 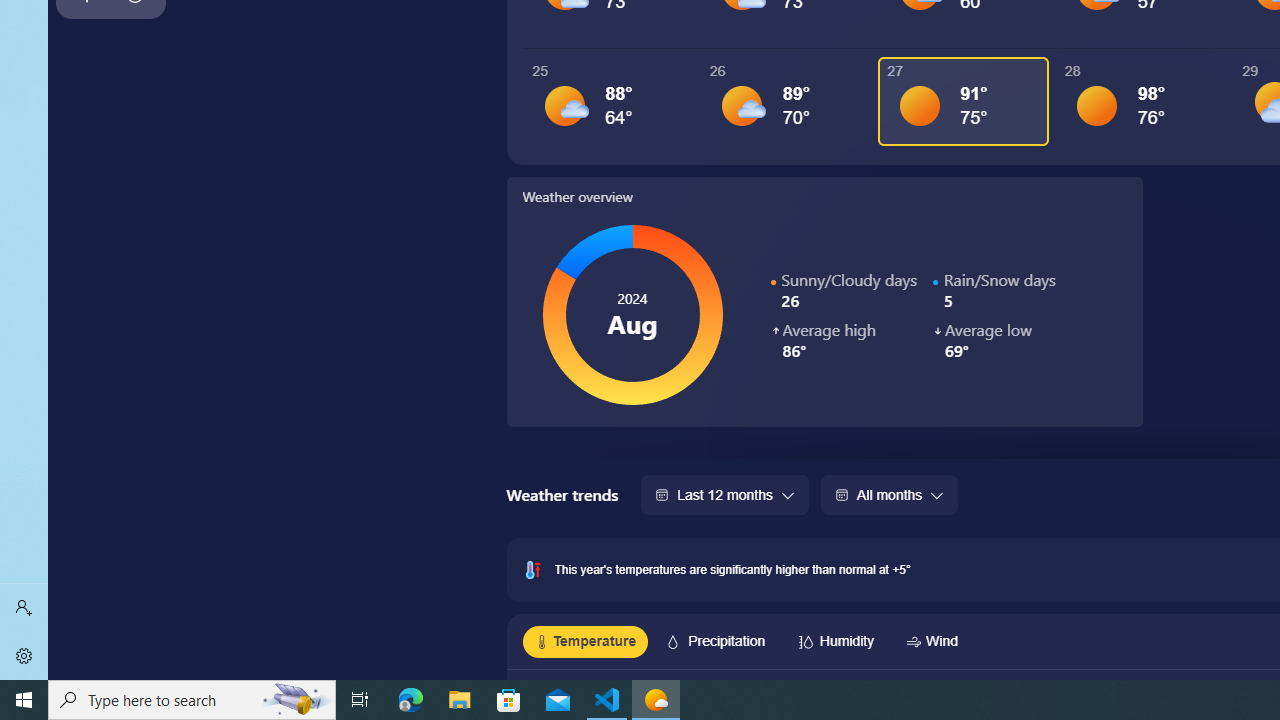 I want to click on 'Microsoft Edge', so click(x=410, y=698).